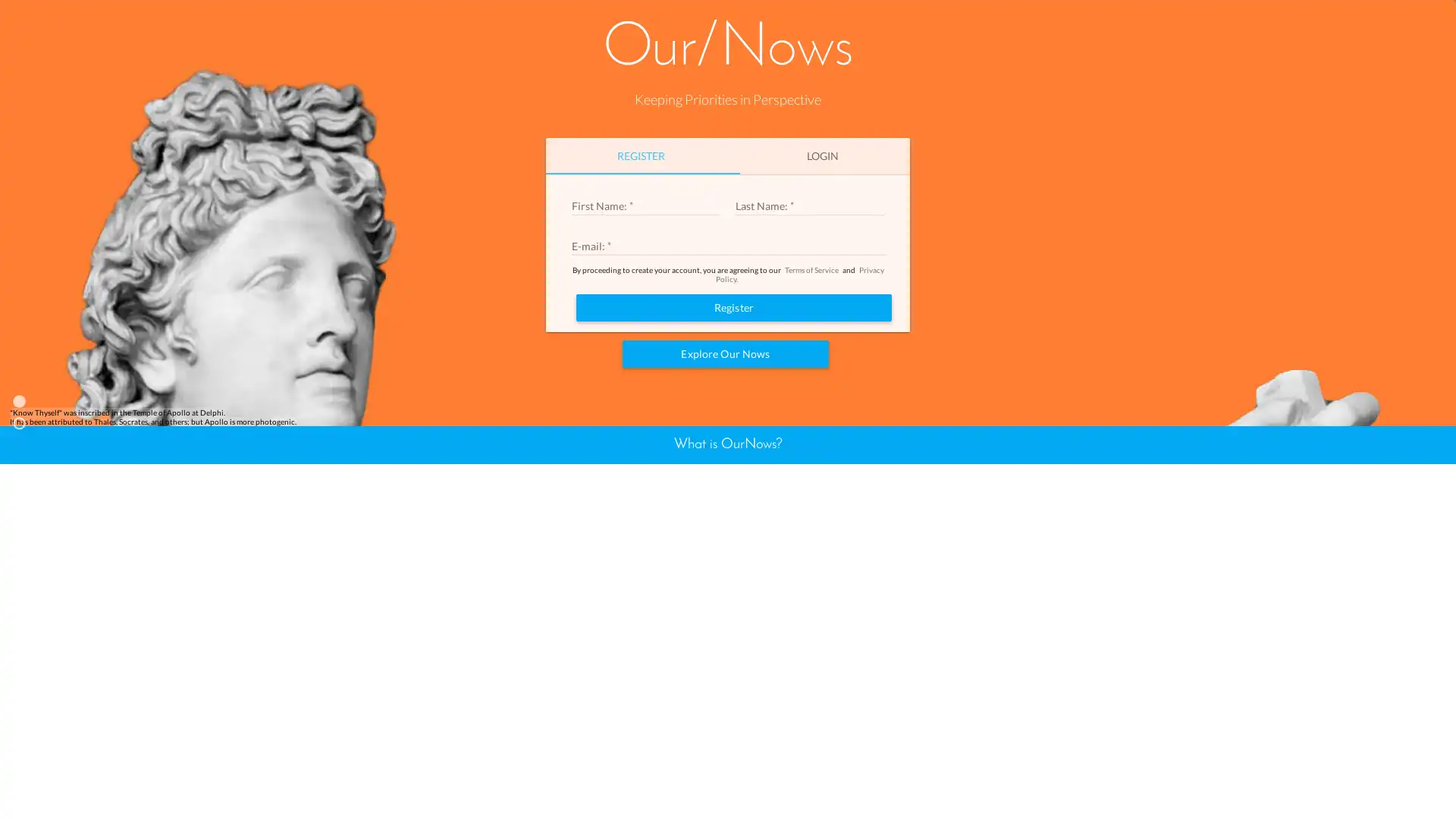 The height and width of the screenshot is (819, 1456). I want to click on Register, so click(734, 485).